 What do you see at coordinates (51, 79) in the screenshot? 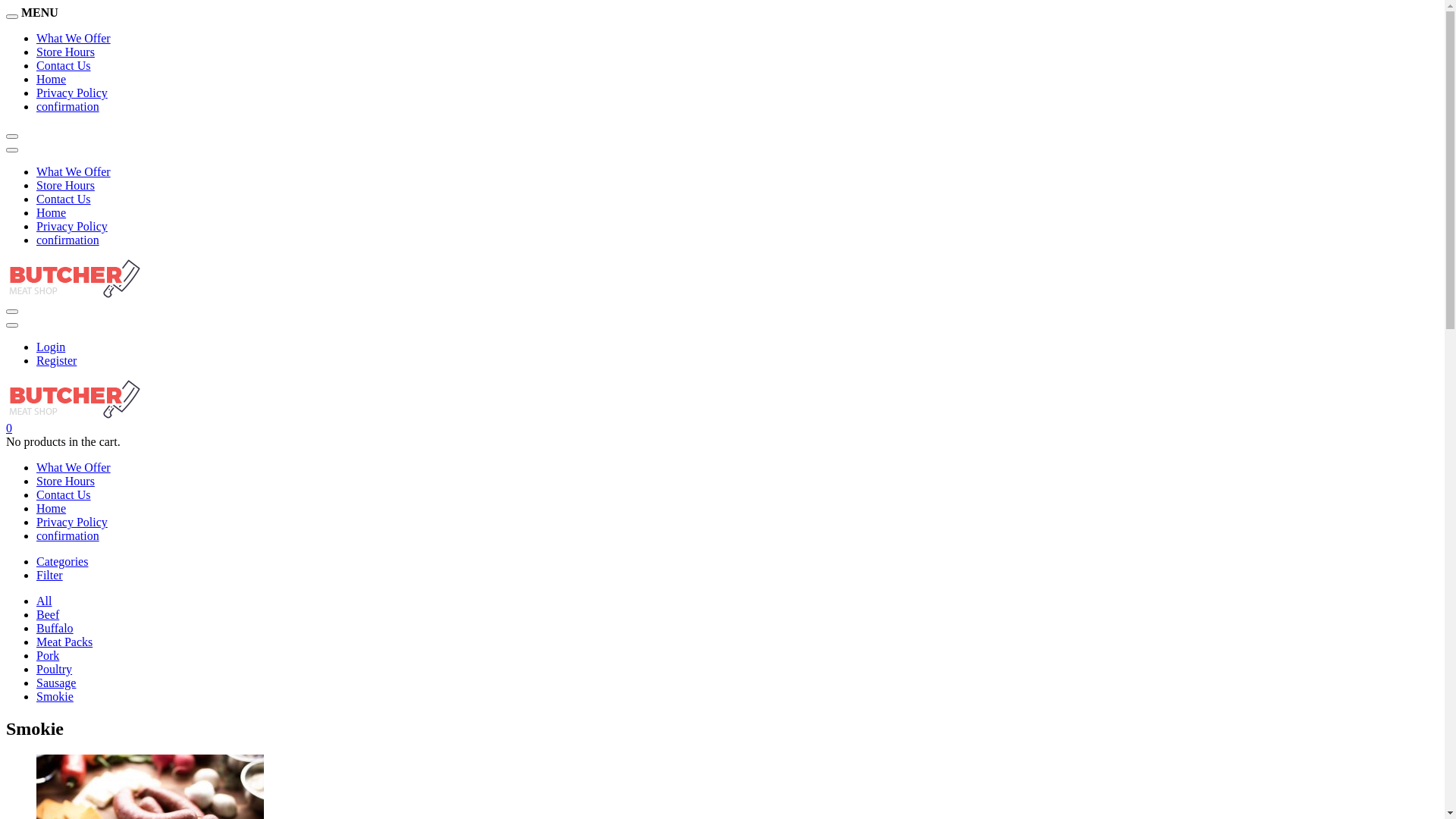
I see `'Home'` at bounding box center [51, 79].